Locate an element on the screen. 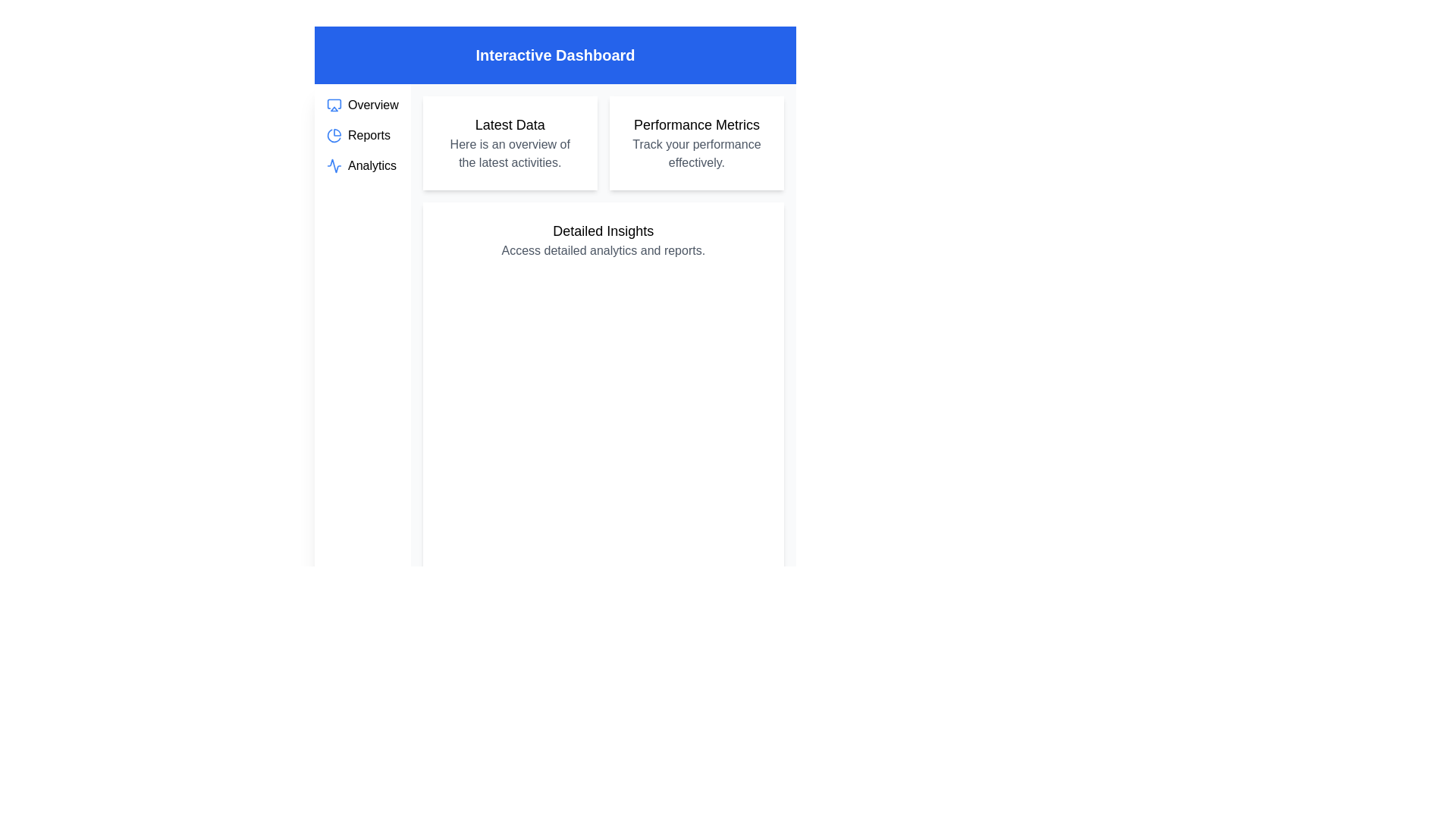 The image size is (1456, 819). the 'Reports' label in the vertical navigation menu located in the leftmost sidebar of the application interface is located at coordinates (362, 134).